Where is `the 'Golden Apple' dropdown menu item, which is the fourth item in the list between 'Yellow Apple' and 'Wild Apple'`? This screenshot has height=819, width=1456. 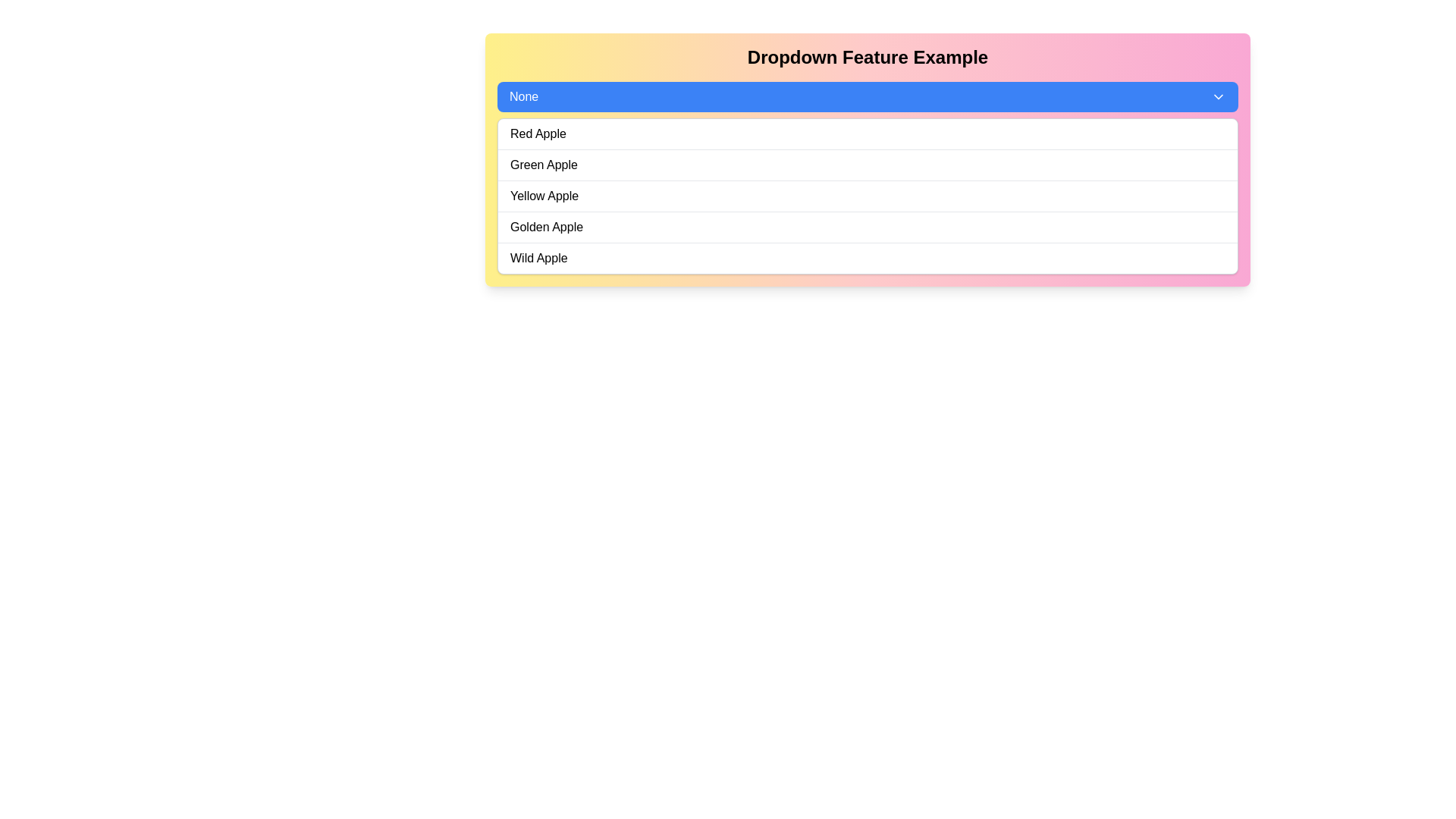
the 'Golden Apple' dropdown menu item, which is the fourth item in the list between 'Yellow Apple' and 'Wild Apple' is located at coordinates (868, 227).